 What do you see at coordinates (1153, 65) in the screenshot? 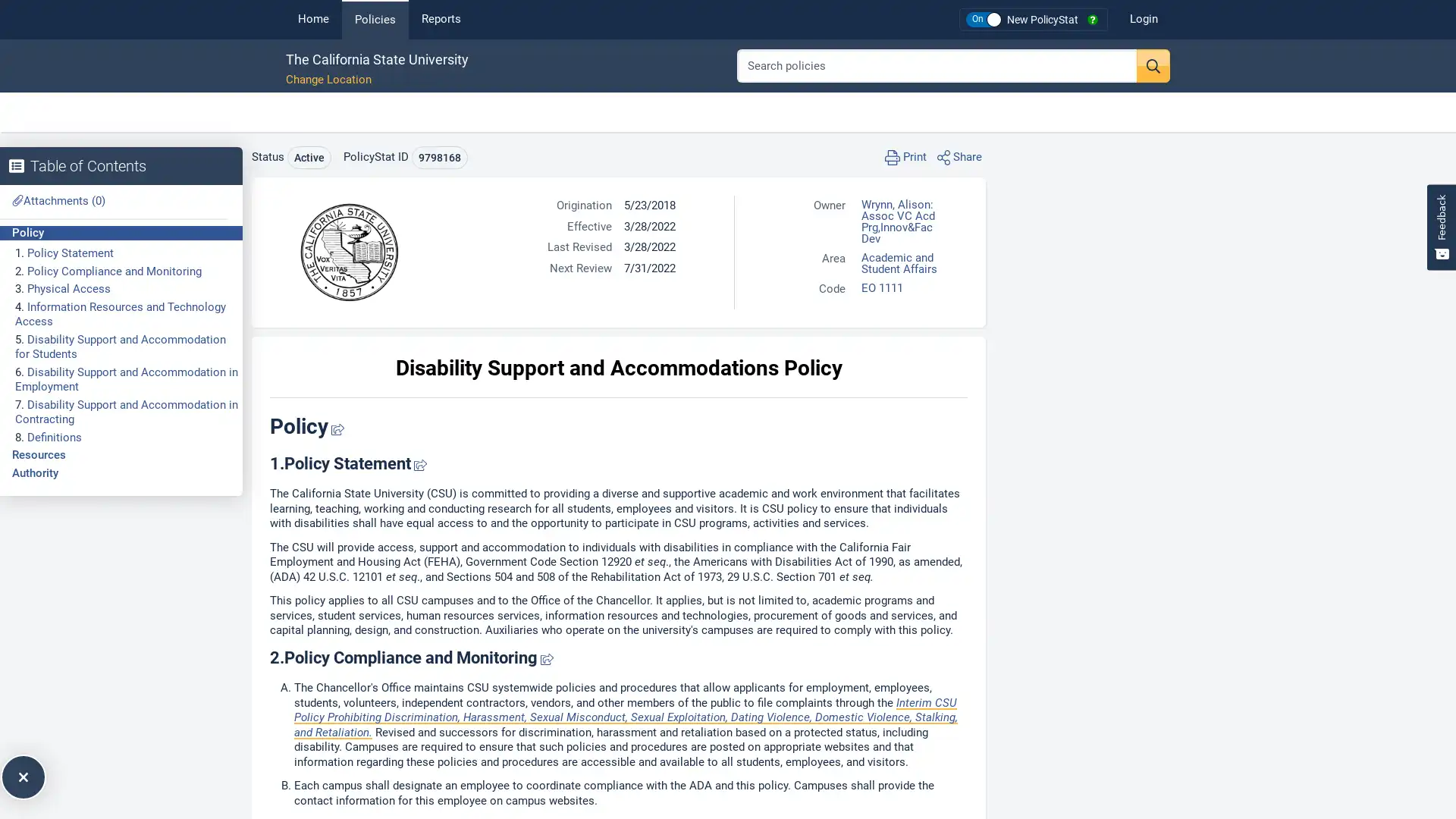
I see `Search button` at bounding box center [1153, 65].